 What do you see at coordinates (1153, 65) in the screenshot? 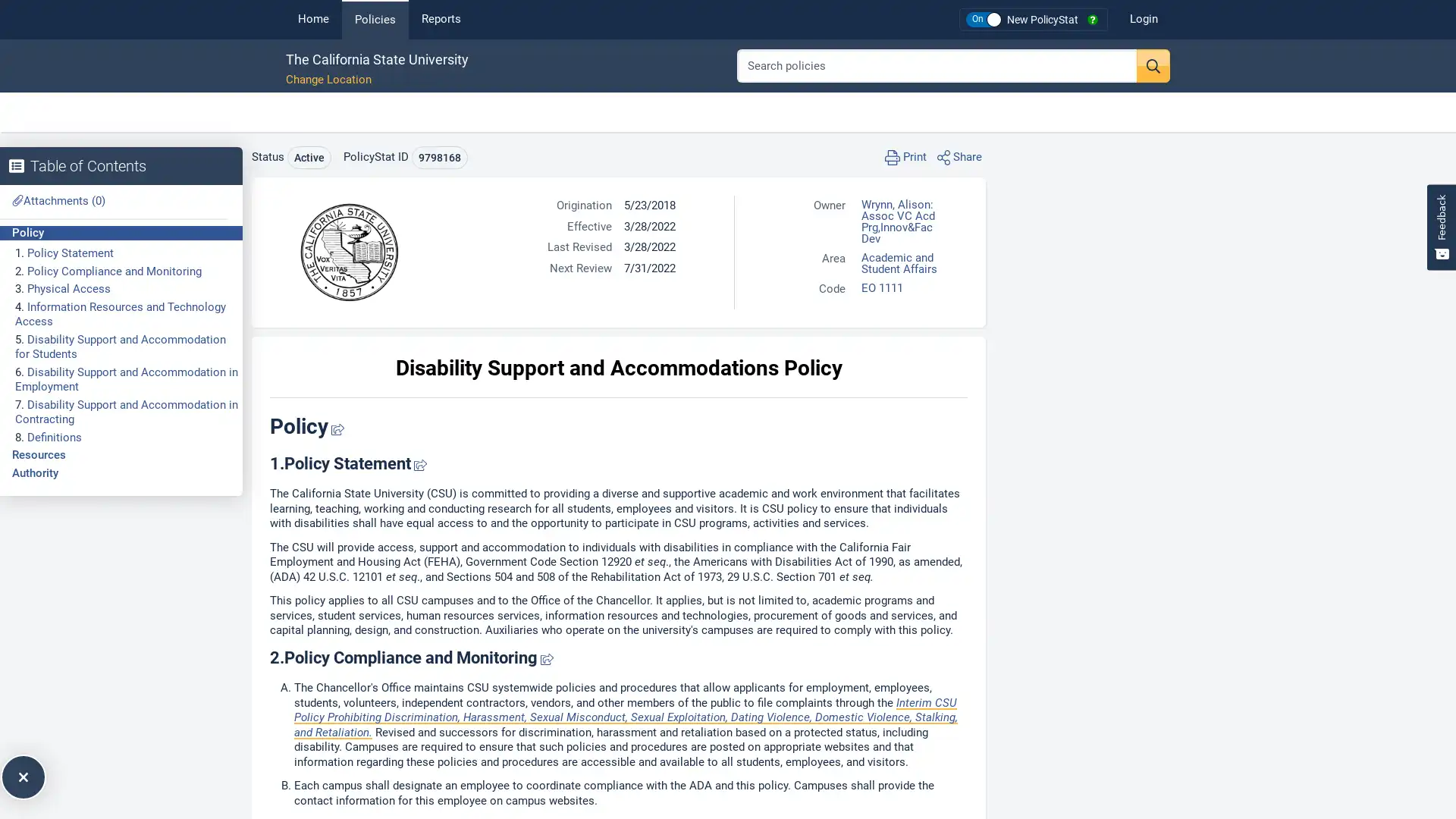
I see `Search button` at bounding box center [1153, 65].